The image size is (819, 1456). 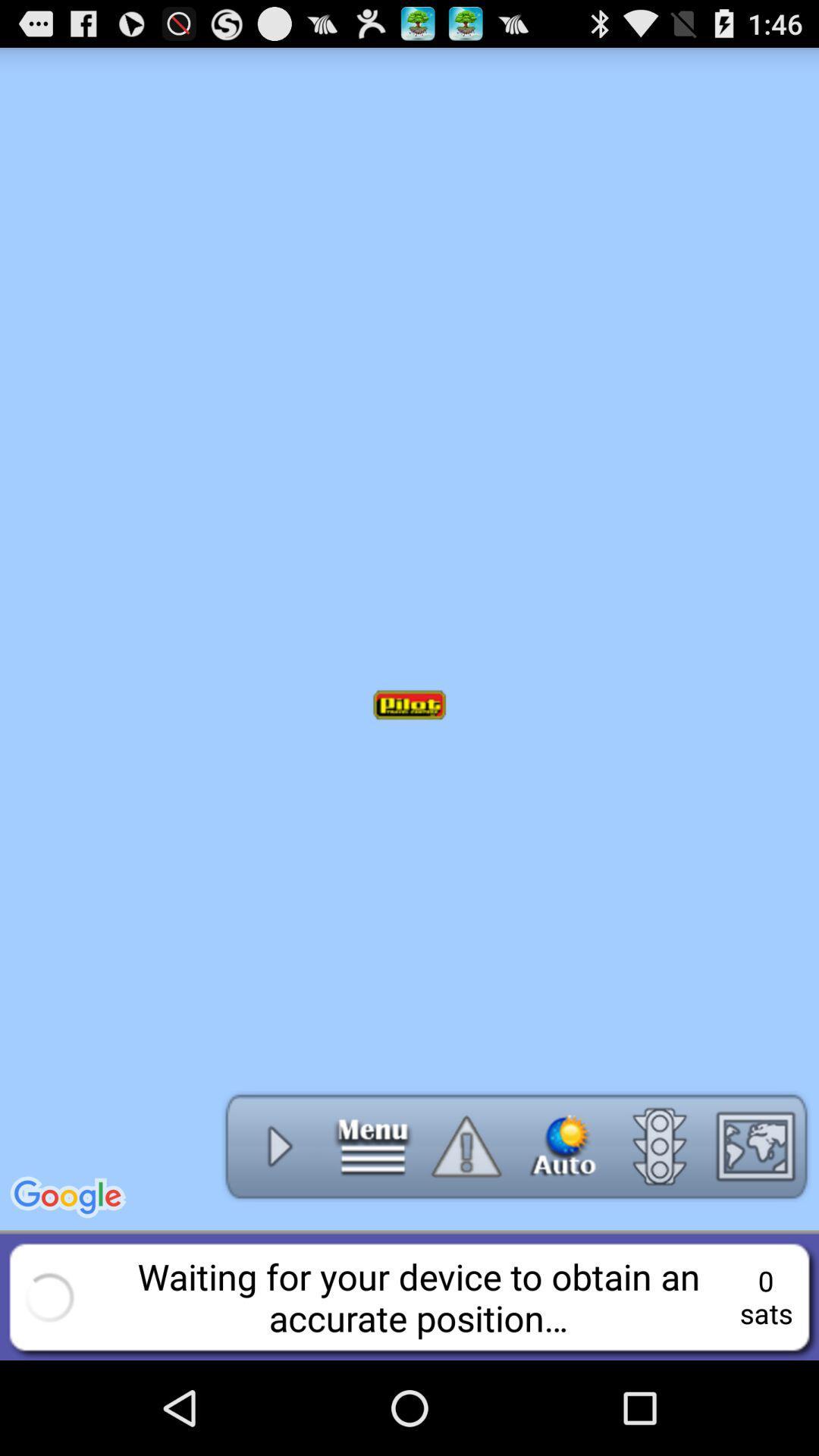 What do you see at coordinates (373, 1227) in the screenshot?
I see `the menu icon` at bounding box center [373, 1227].